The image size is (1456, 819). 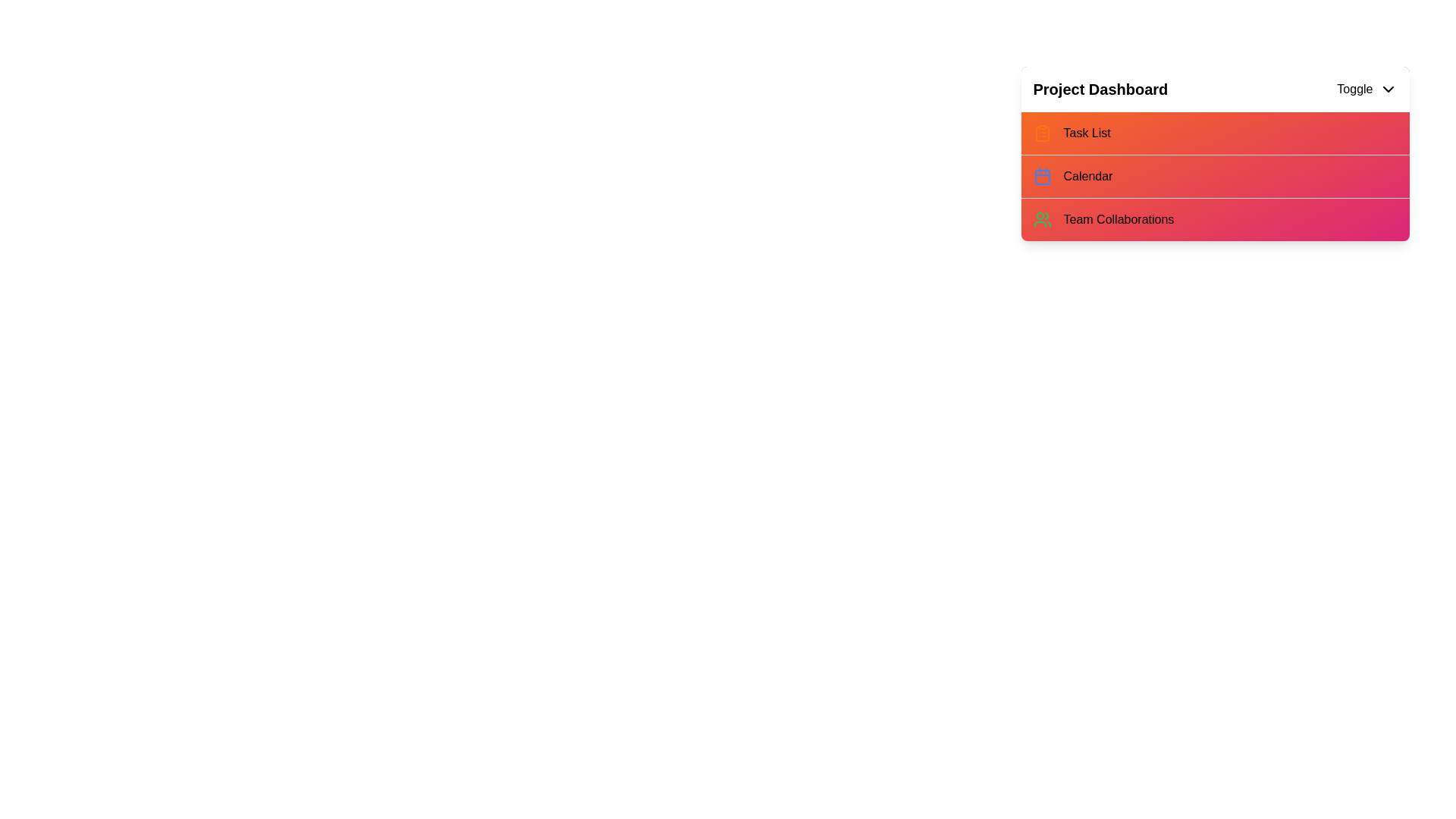 I want to click on the menu item Task List to highlight it, so click(x=1062, y=133).